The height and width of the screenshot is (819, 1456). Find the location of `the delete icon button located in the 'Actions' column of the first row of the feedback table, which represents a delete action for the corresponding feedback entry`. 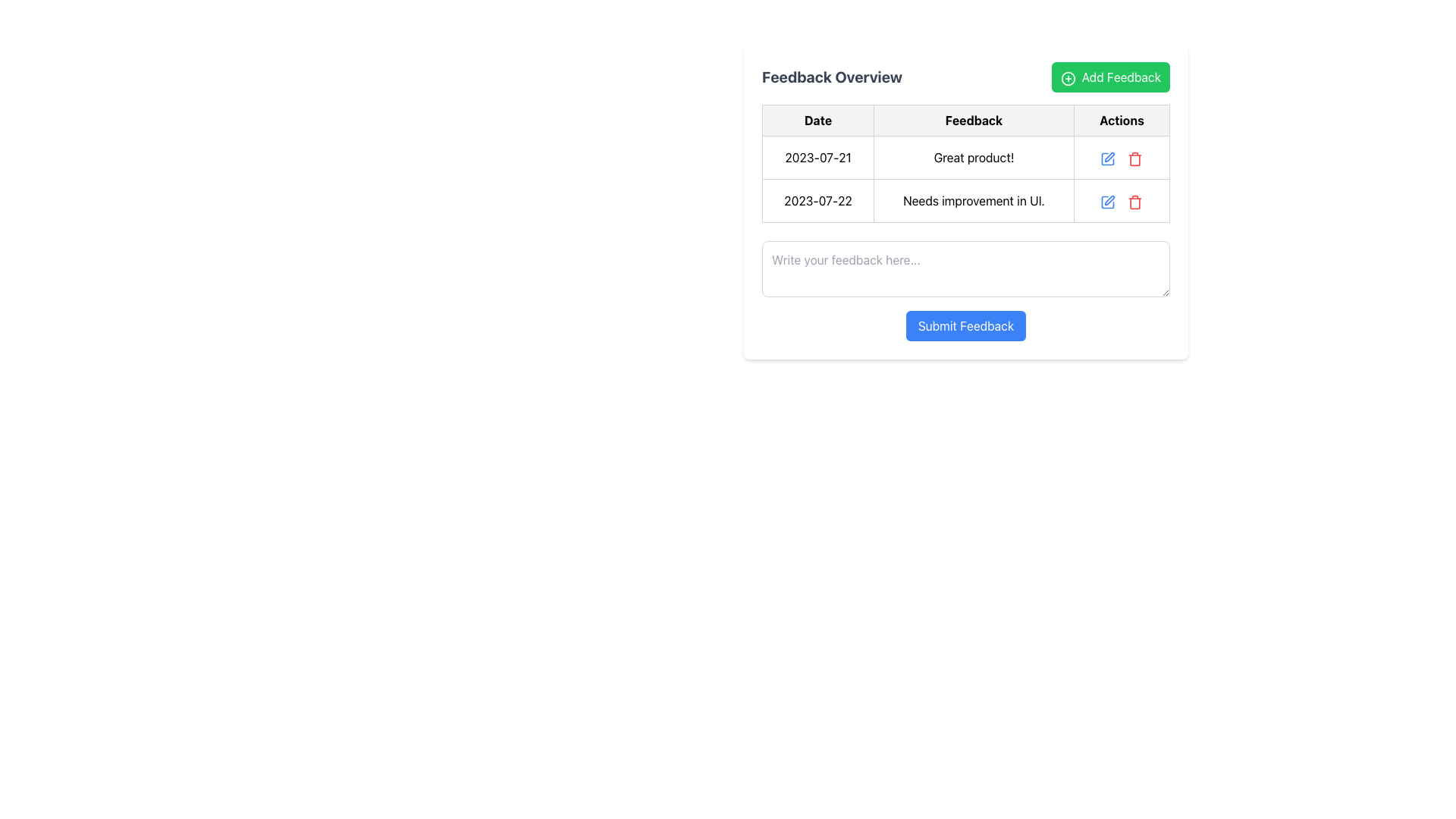

the delete icon button located in the 'Actions' column of the first row of the feedback table, which represents a delete action for the corresponding feedback entry is located at coordinates (1135, 158).